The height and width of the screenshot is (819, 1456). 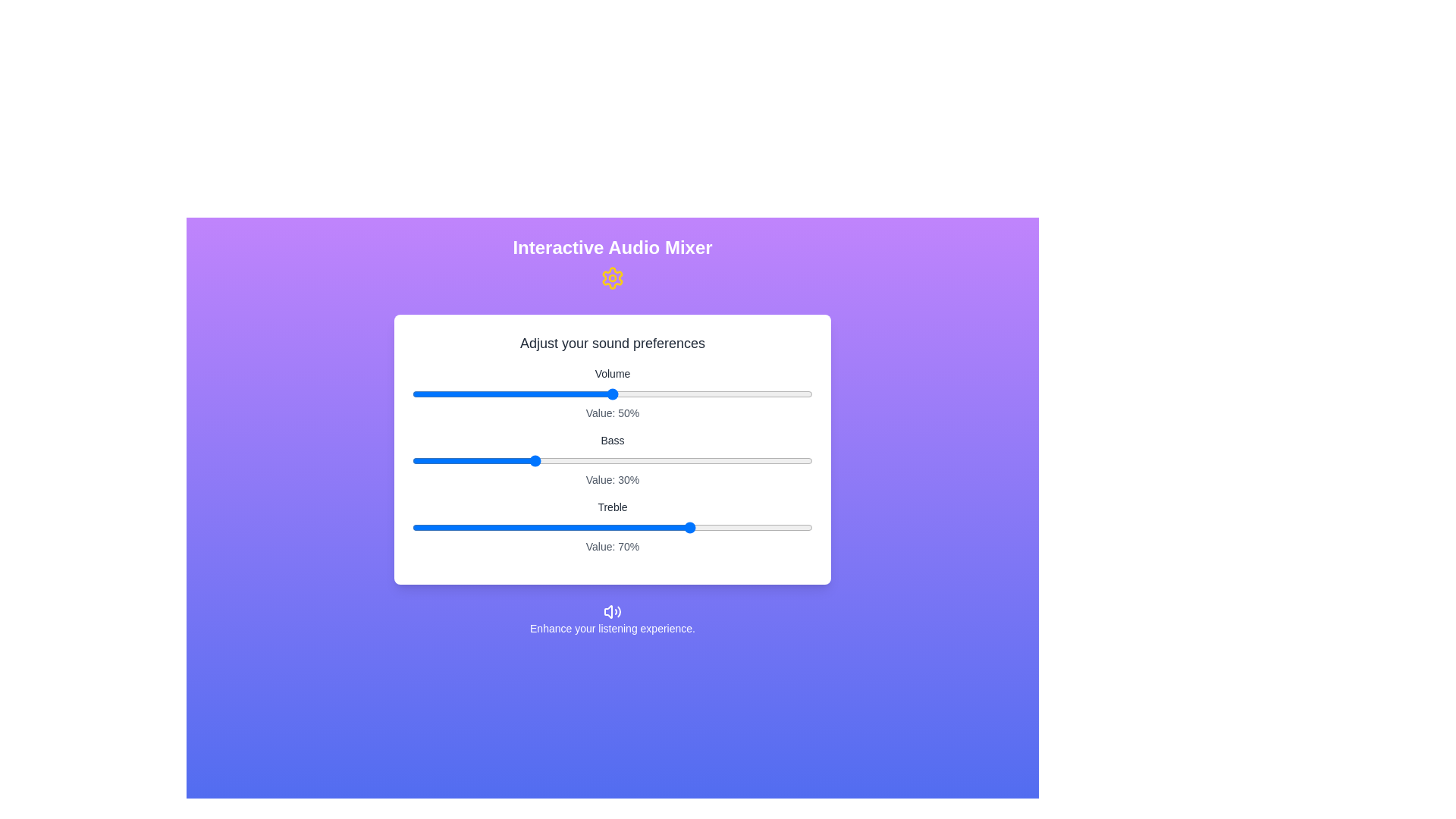 What do you see at coordinates (768, 394) in the screenshot?
I see `the slider for 0 to 89%` at bounding box center [768, 394].